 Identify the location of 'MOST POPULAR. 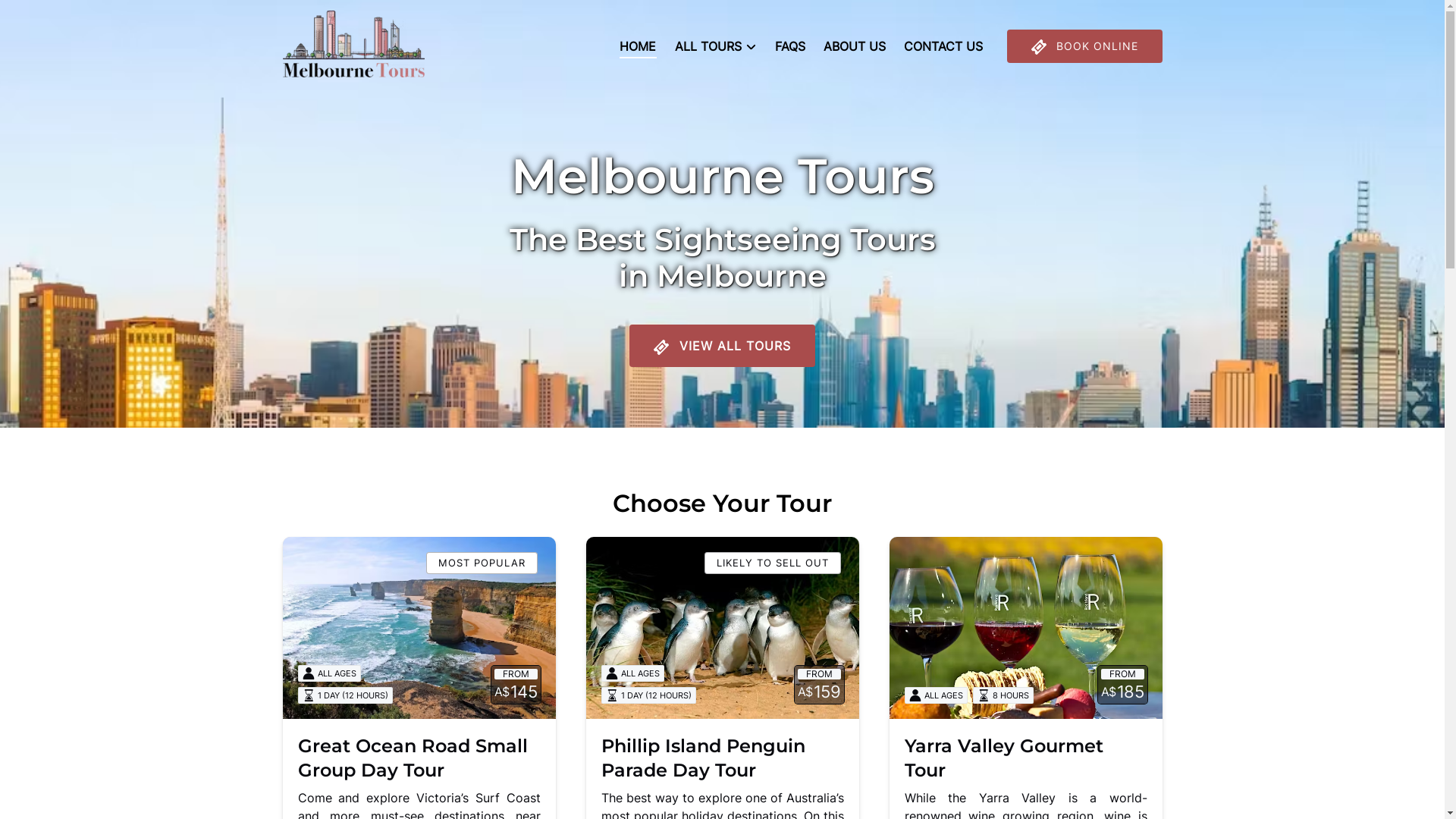
(282, 628).